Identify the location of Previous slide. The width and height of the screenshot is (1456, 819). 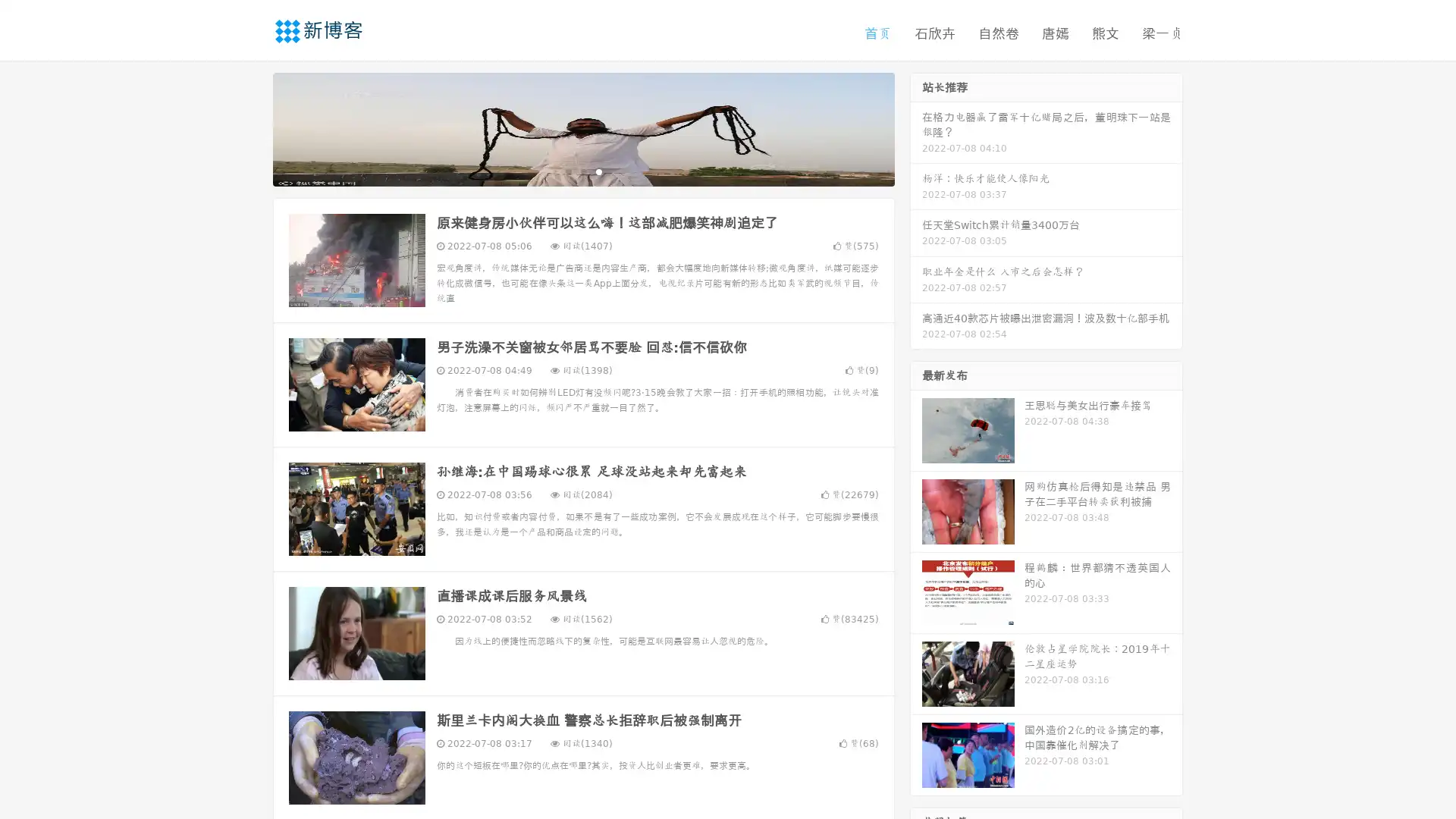
(250, 127).